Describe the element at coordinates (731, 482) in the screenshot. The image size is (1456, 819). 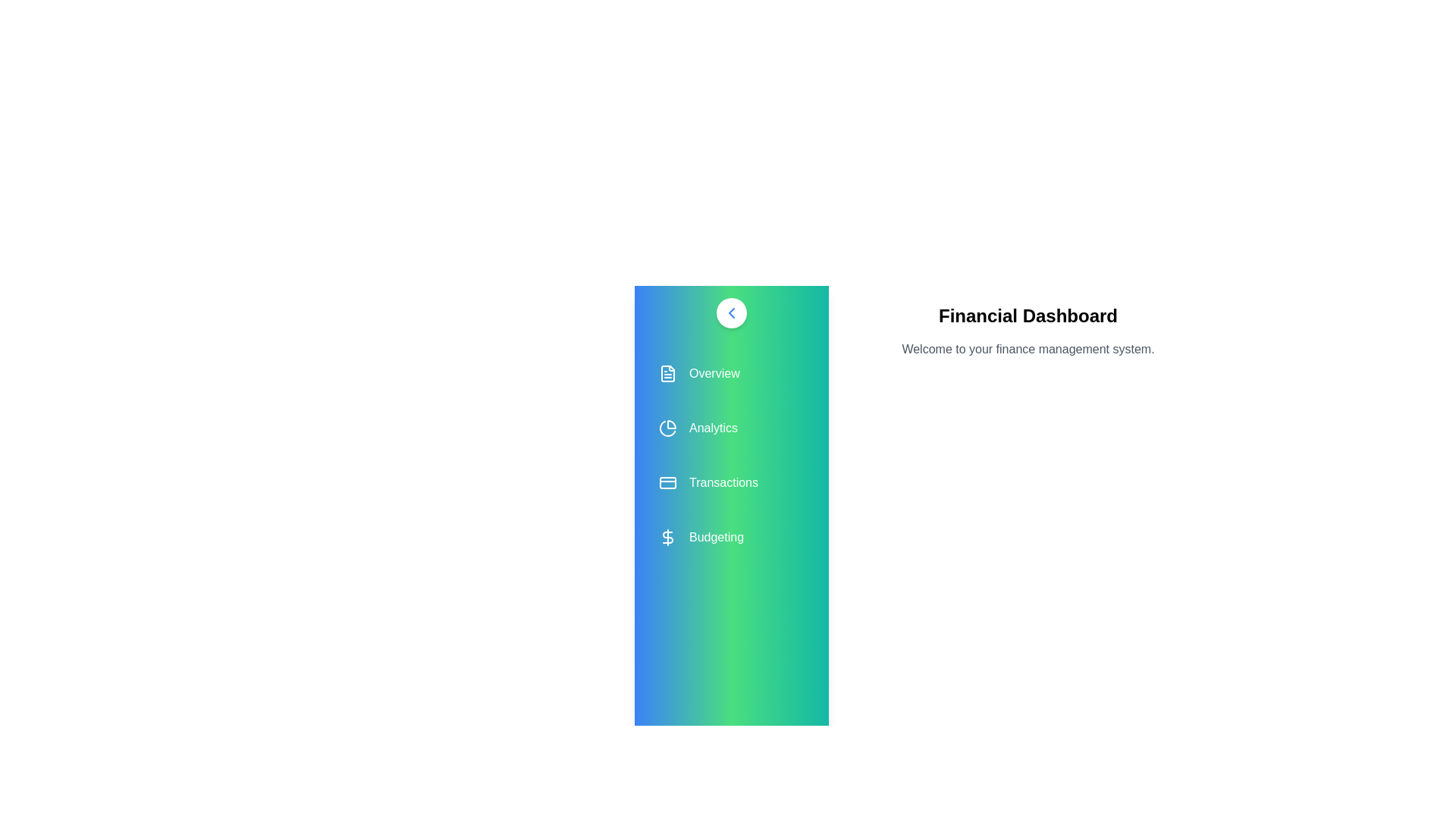
I see `the menu option Transactions from the FinancialDrawer` at that location.